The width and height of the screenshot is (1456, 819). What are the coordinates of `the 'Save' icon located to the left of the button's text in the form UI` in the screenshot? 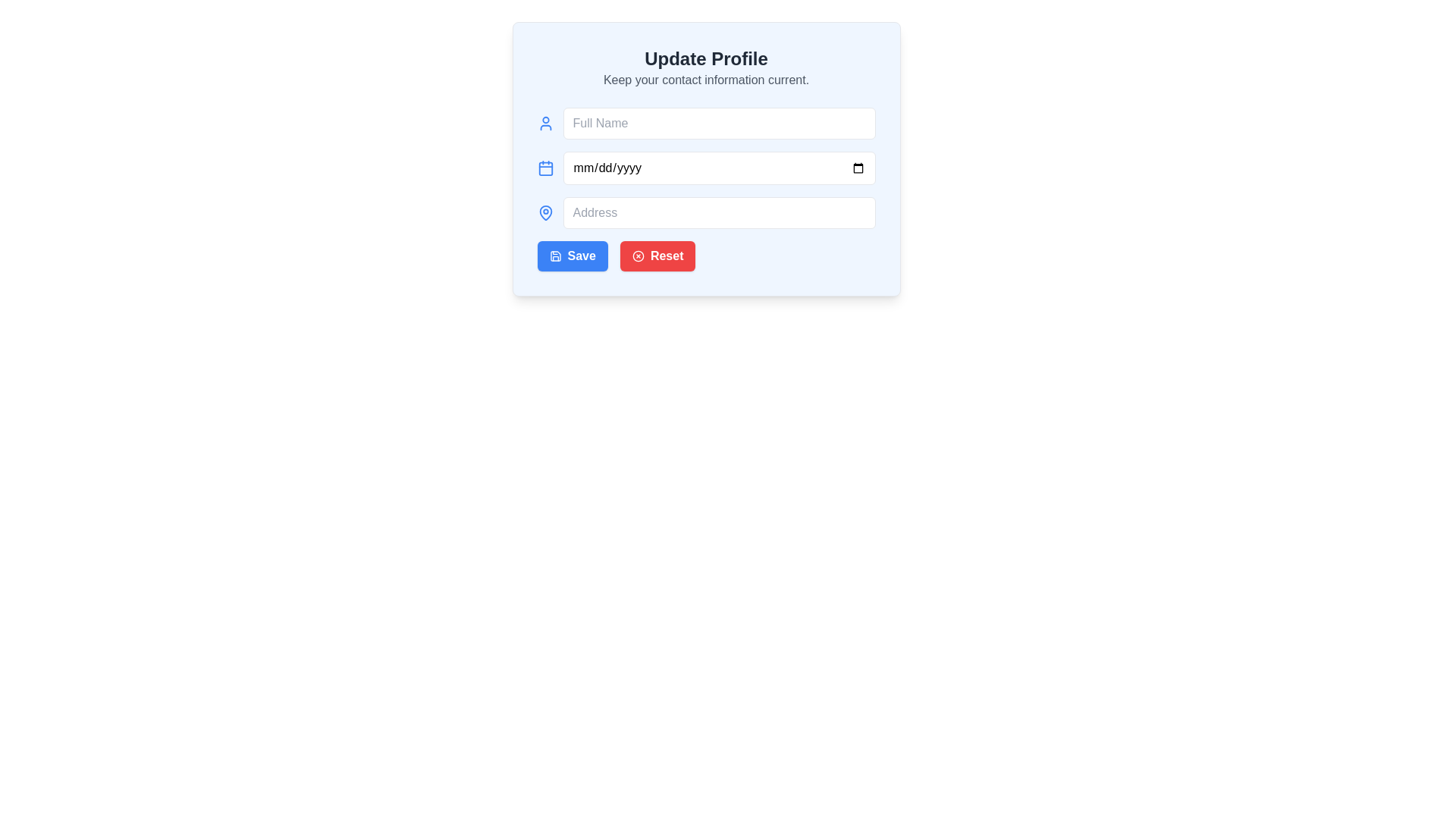 It's located at (554, 256).